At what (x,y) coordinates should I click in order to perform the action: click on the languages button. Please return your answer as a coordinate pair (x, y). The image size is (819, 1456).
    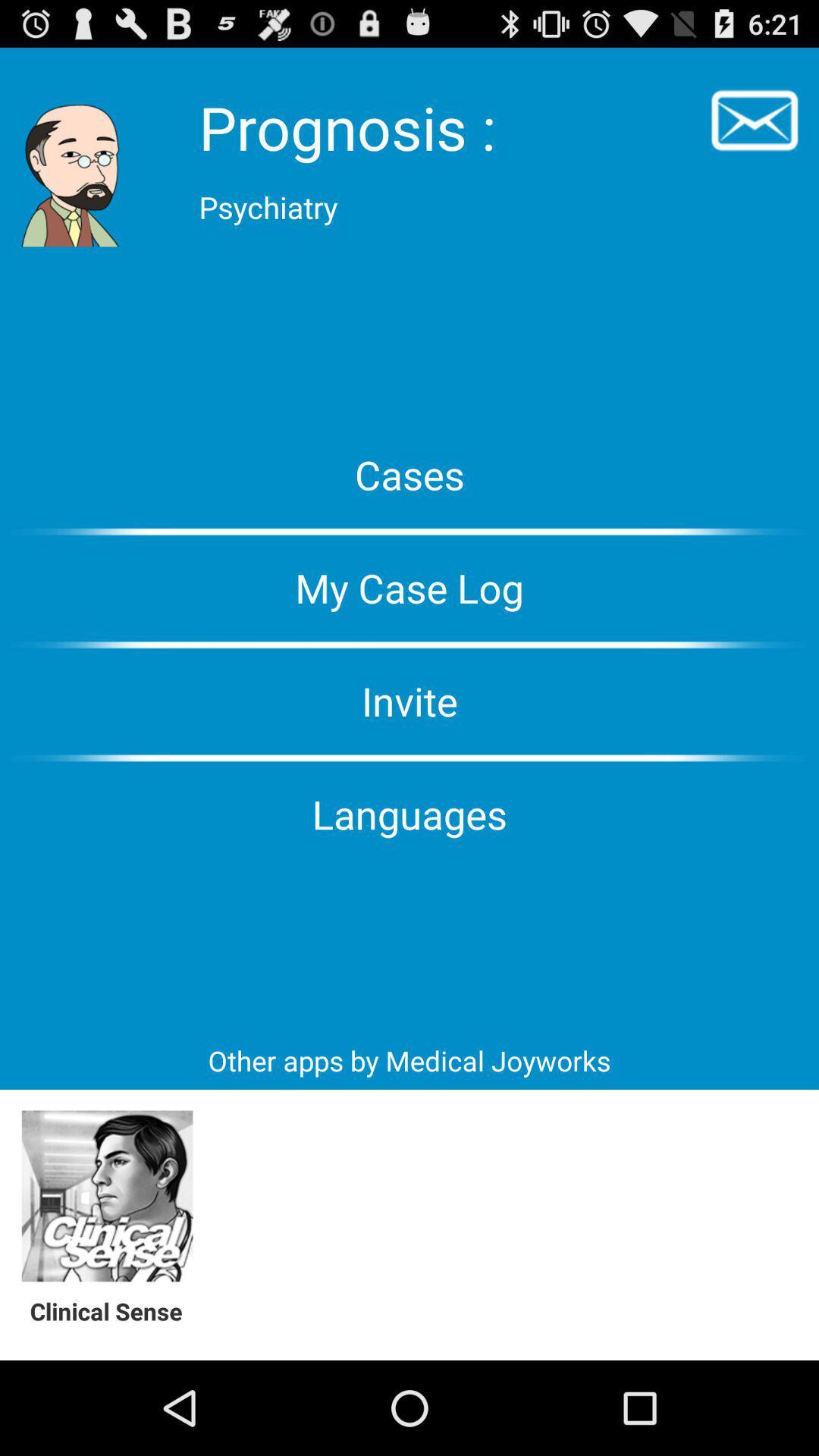
    Looking at the image, I should click on (409, 813).